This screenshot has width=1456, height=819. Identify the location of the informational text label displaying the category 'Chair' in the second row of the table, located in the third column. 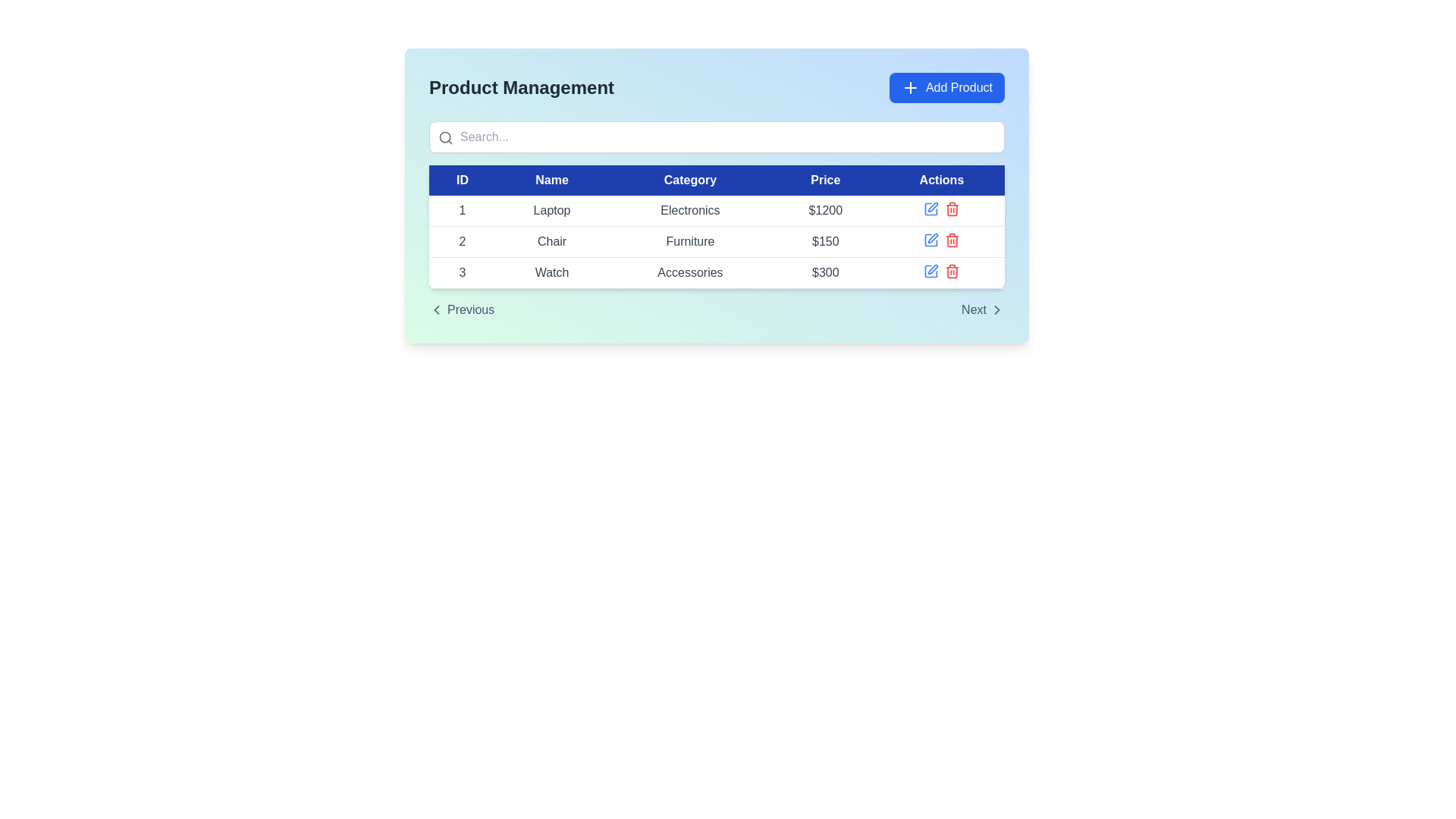
(689, 241).